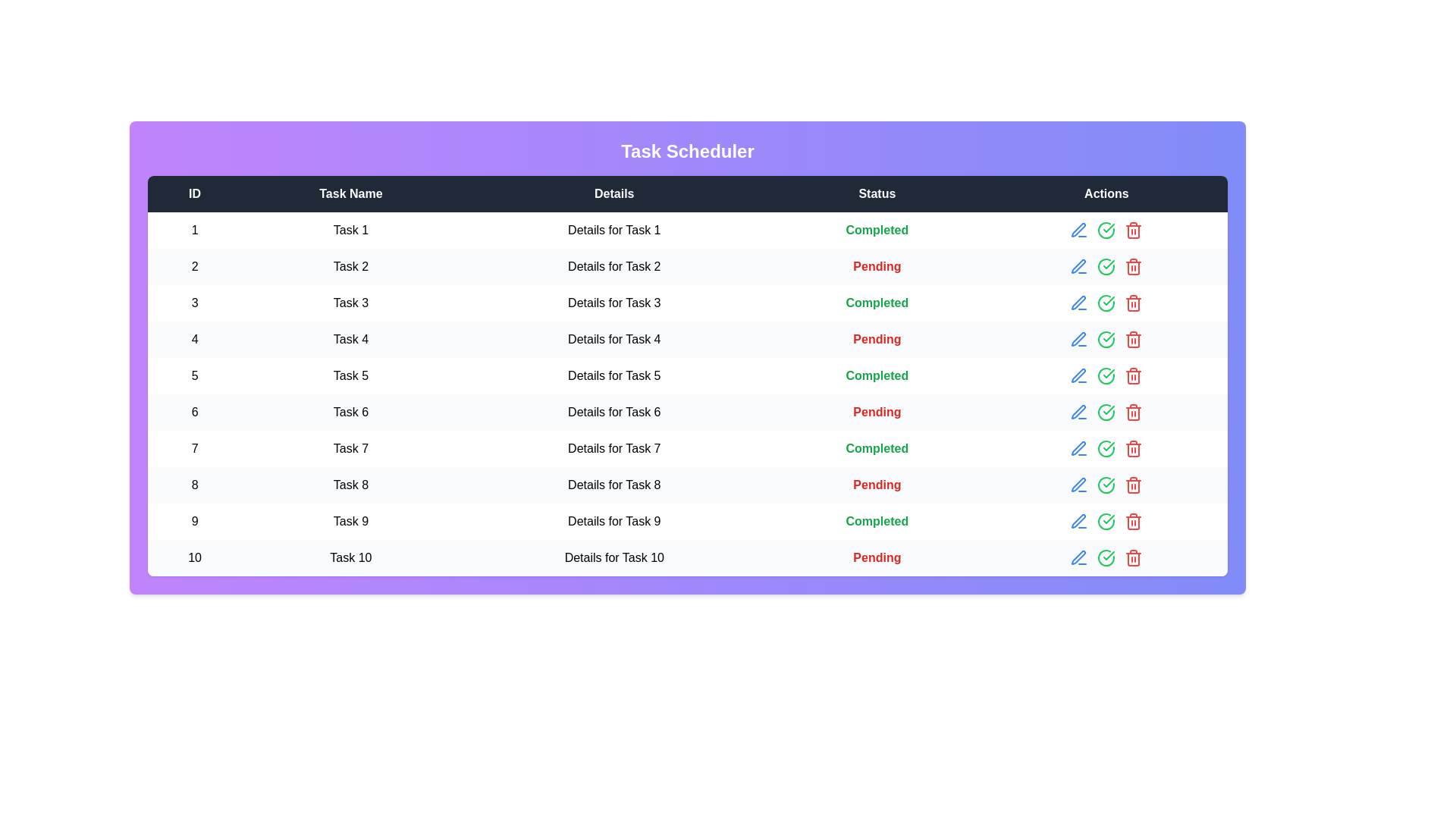 The height and width of the screenshot is (819, 1456). I want to click on the column header Task Name to sort the tasks by that column, so click(349, 193).